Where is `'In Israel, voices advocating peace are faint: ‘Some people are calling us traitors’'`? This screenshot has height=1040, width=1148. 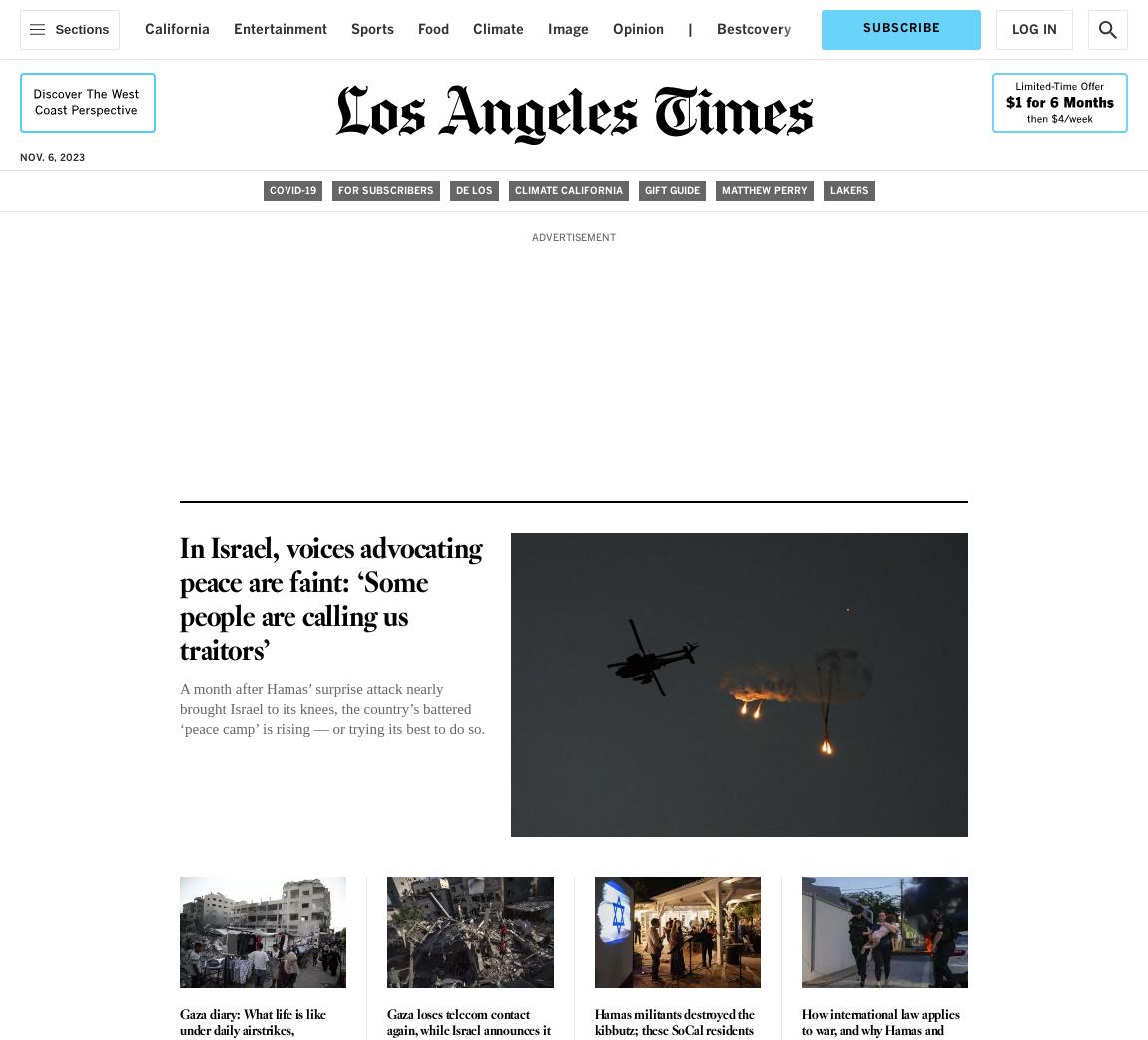
'In Israel, voices advocating peace are faint: ‘Some people are calling us traitors’' is located at coordinates (329, 599).